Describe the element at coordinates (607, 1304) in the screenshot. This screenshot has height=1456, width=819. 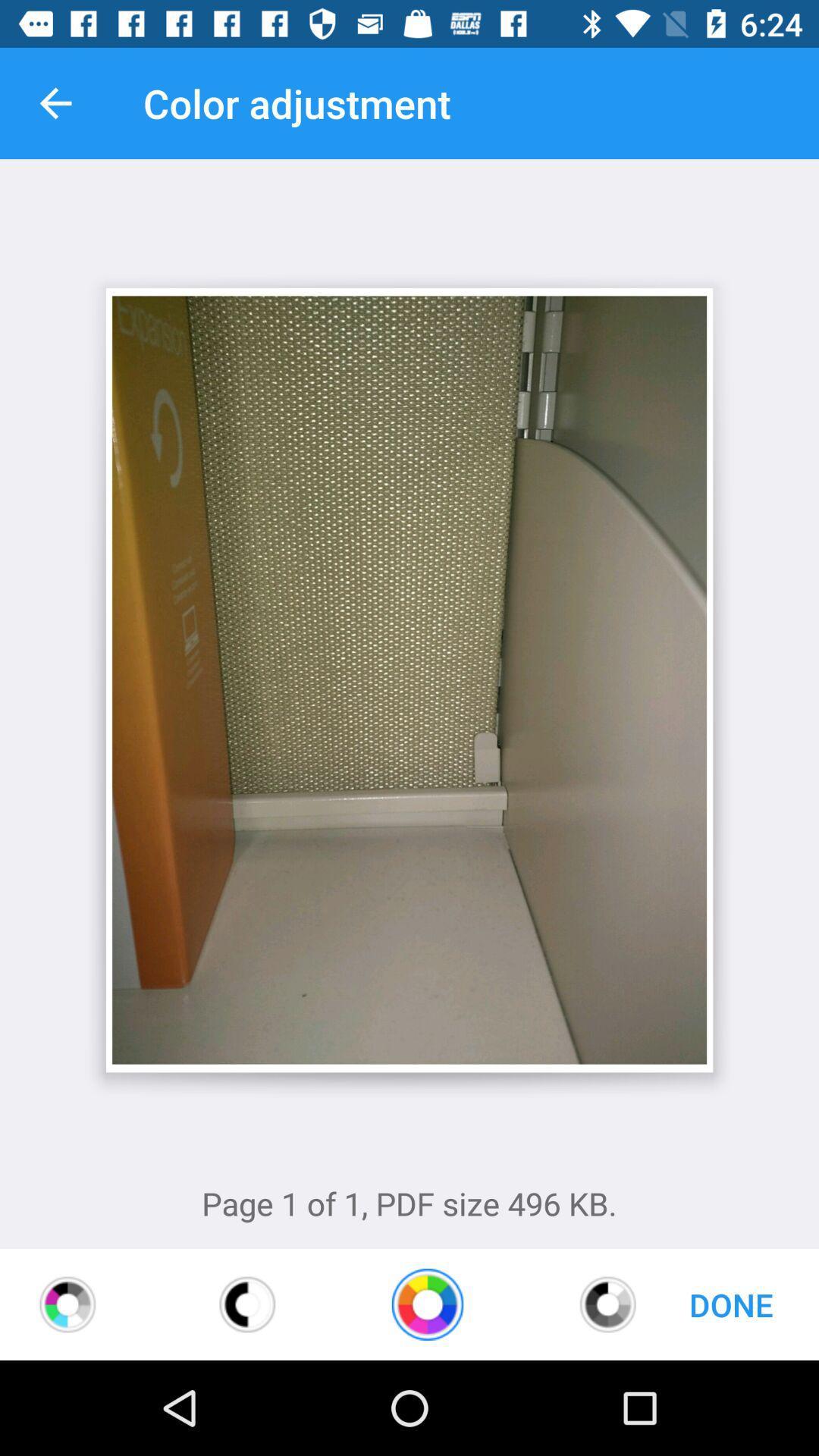
I see `the icon below the page 1 of item` at that location.